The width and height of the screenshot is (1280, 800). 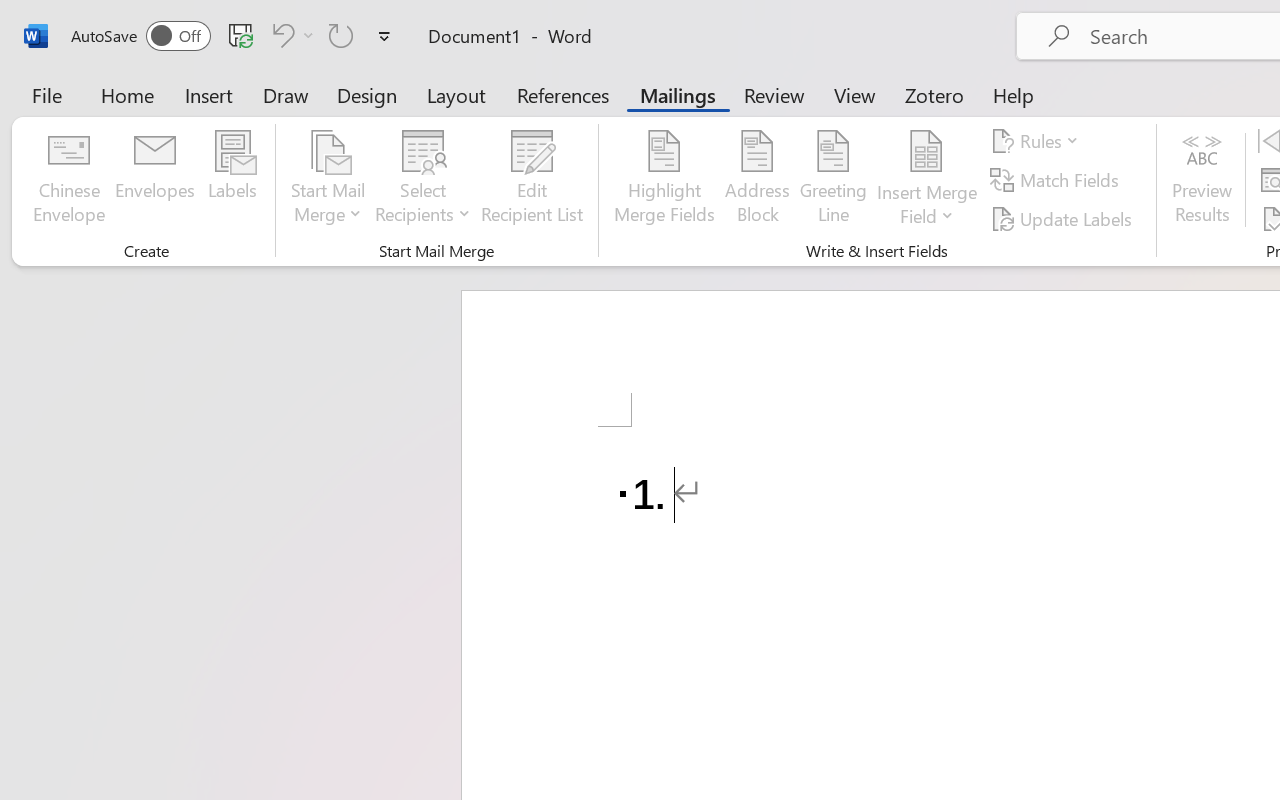 What do you see at coordinates (154, 179) in the screenshot?
I see `'Envelopes...'` at bounding box center [154, 179].